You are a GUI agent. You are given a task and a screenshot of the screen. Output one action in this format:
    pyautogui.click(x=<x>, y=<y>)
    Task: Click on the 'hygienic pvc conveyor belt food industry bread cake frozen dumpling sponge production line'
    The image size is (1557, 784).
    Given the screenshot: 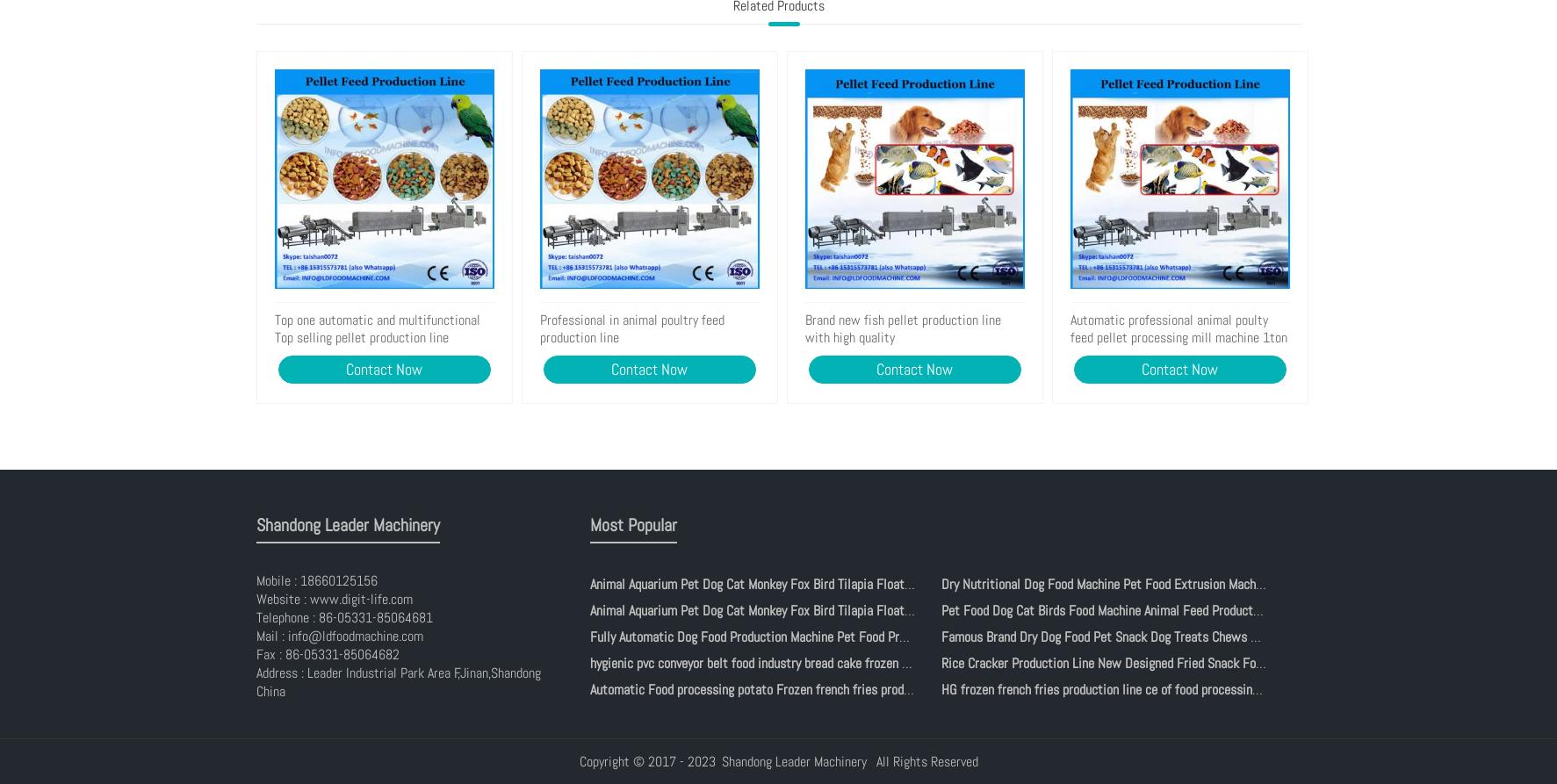 What is the action you would take?
    pyautogui.click(x=830, y=662)
    